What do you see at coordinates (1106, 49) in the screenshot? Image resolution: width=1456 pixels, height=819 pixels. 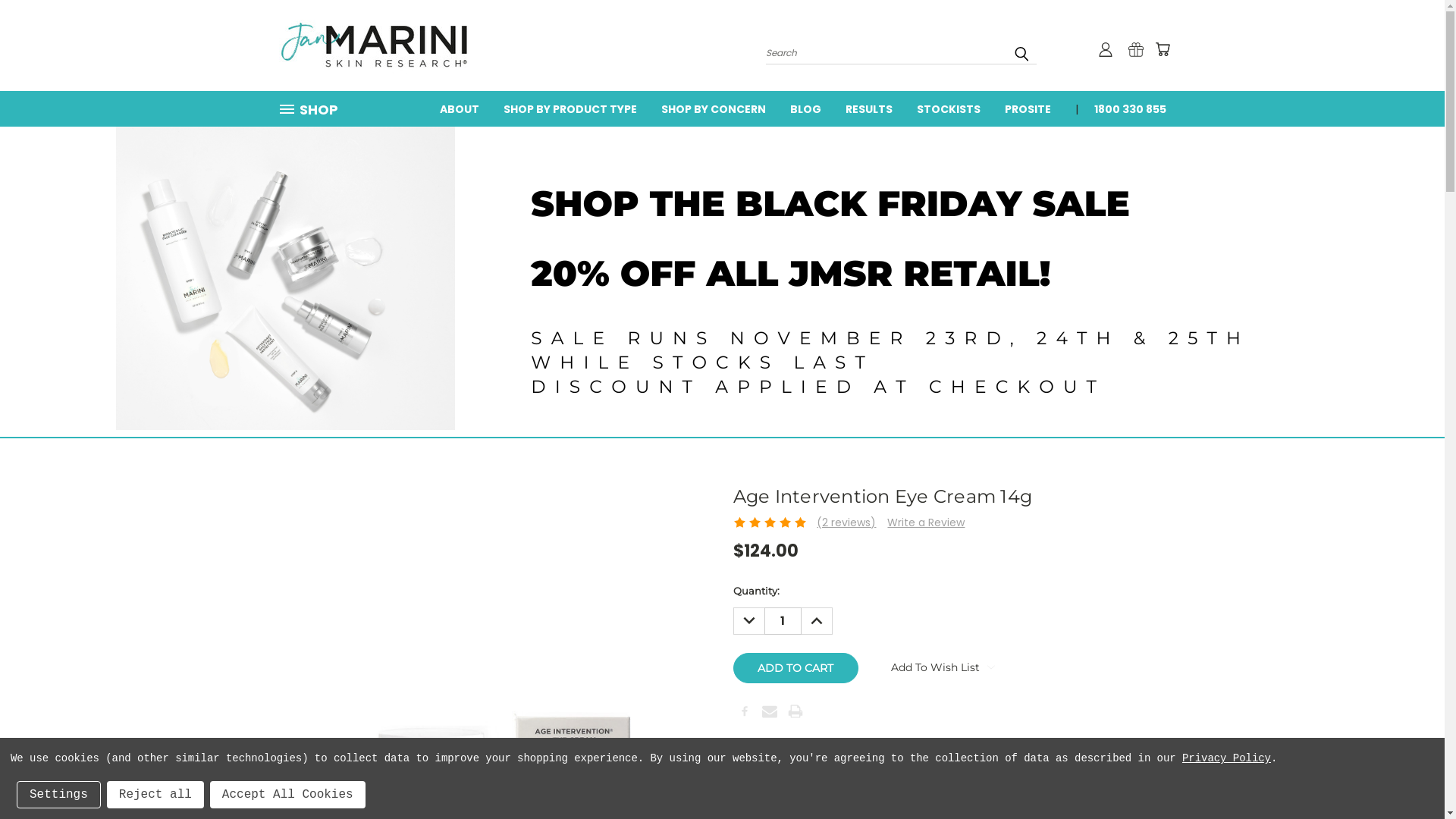 I see `'User Toolbox'` at bounding box center [1106, 49].